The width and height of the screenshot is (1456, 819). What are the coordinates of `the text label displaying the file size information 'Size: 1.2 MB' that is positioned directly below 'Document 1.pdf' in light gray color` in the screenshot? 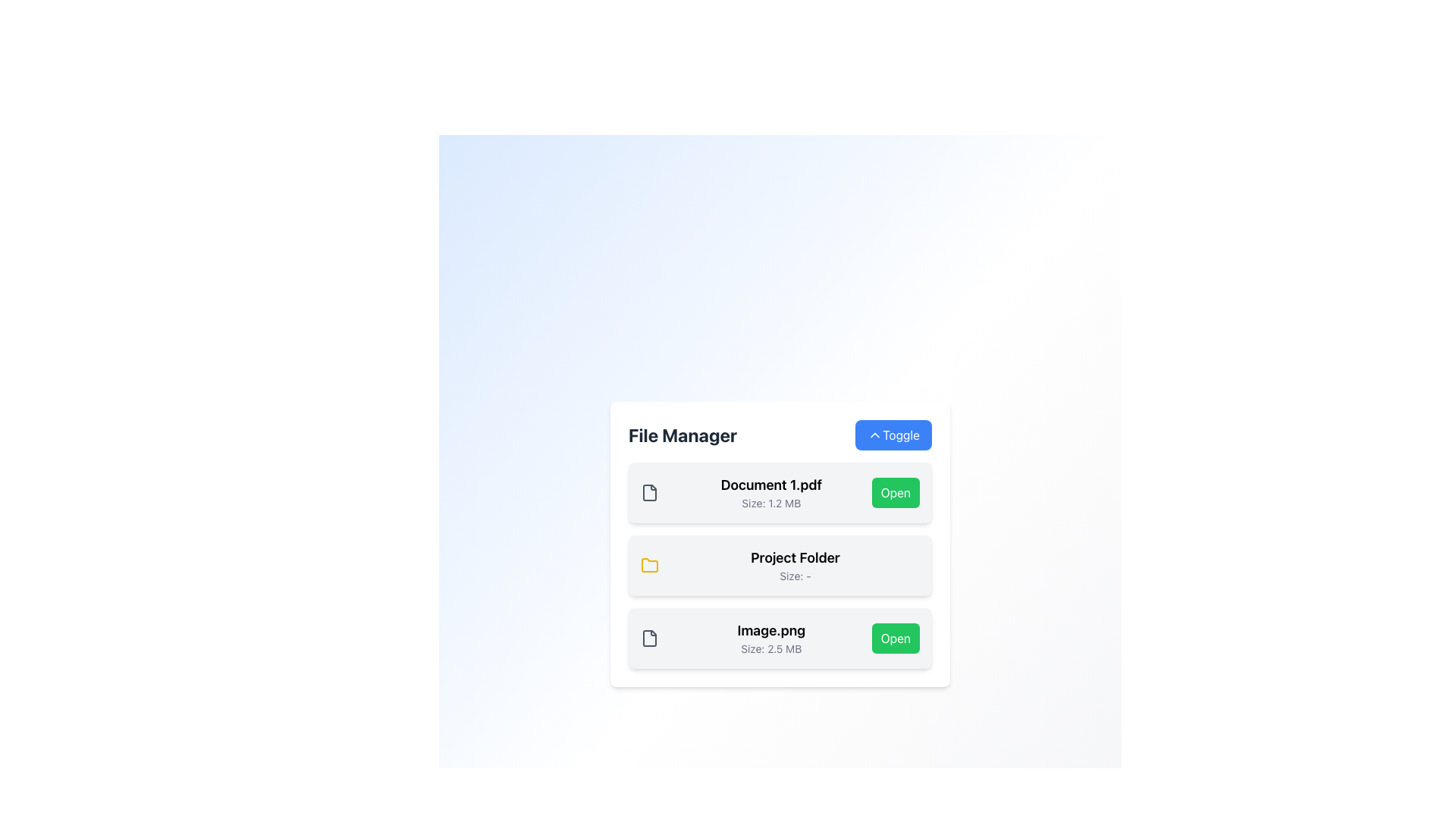 It's located at (771, 503).